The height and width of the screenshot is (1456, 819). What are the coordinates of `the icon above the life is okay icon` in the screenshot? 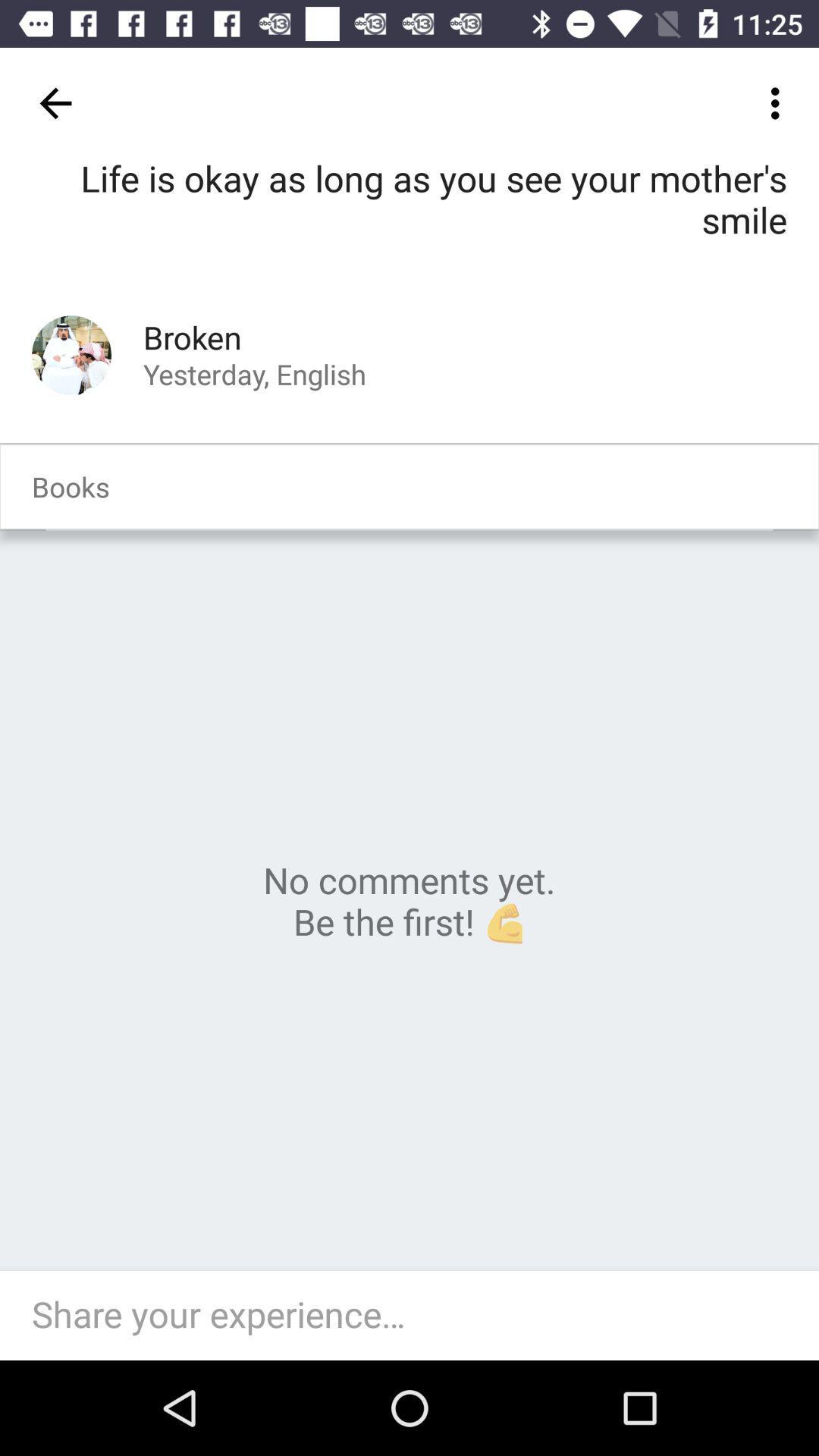 It's located at (55, 102).